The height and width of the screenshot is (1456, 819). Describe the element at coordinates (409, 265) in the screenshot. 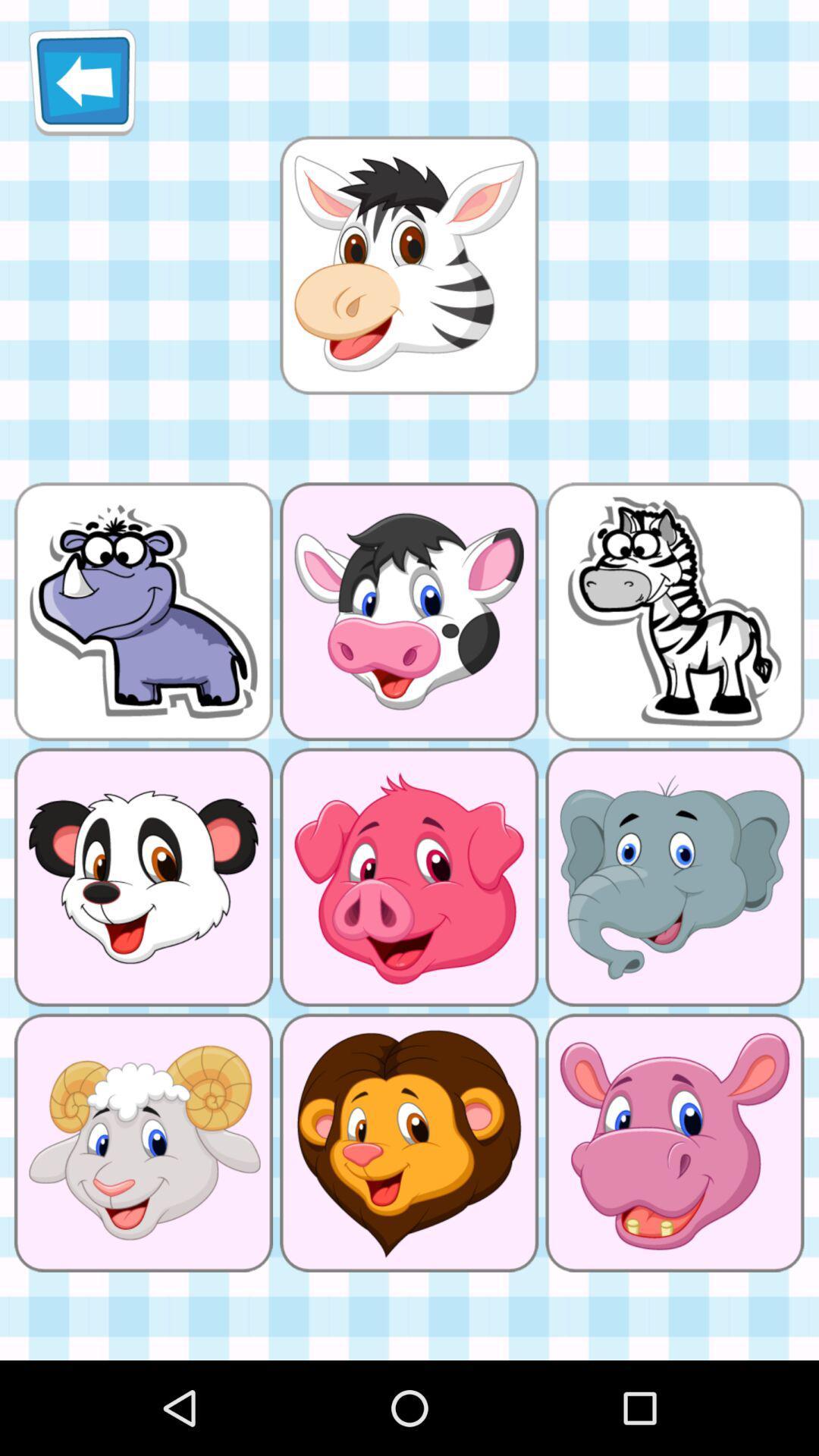

I see `the first image` at that location.